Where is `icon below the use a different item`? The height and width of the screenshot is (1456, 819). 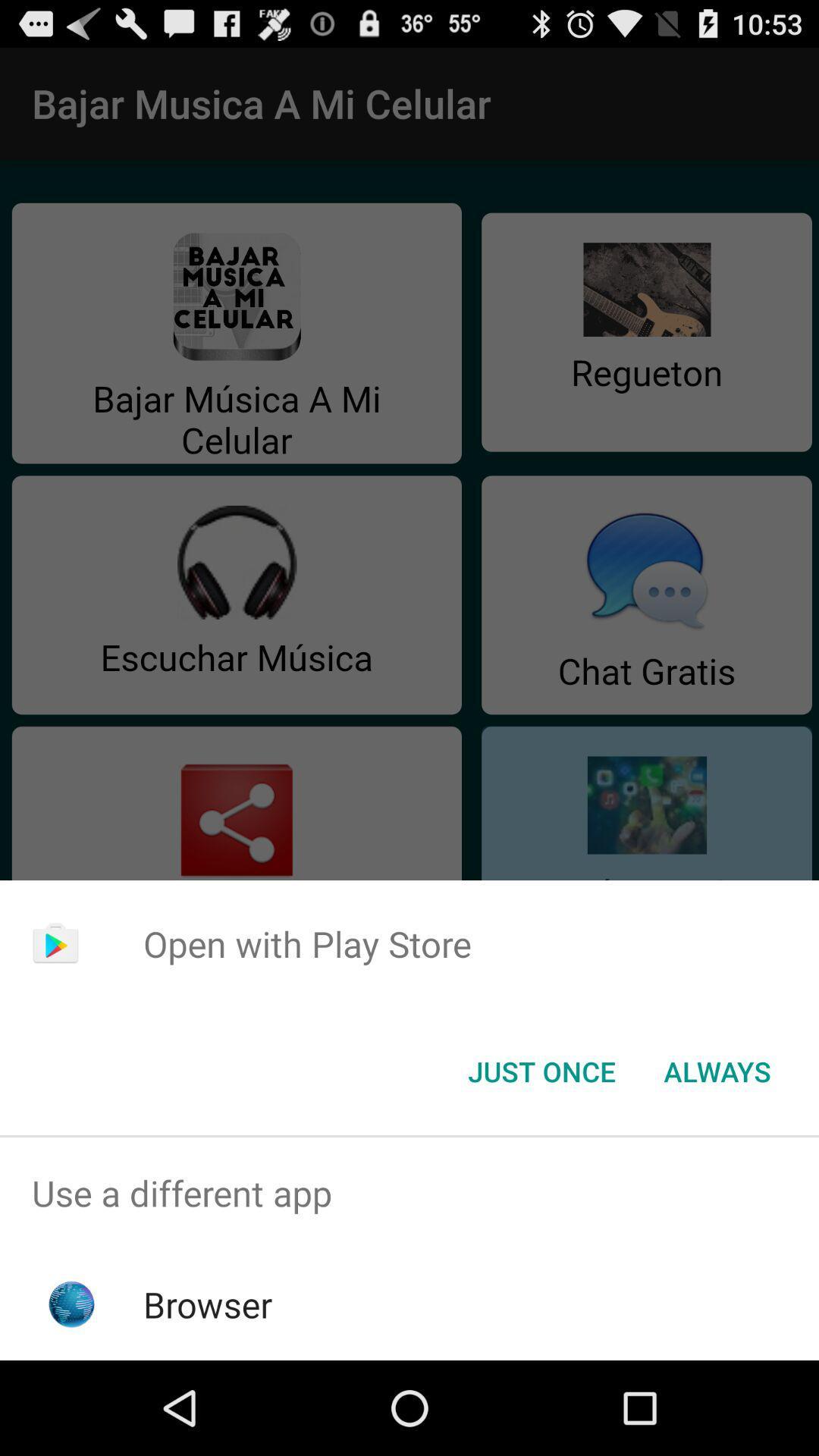
icon below the use a different item is located at coordinates (208, 1304).